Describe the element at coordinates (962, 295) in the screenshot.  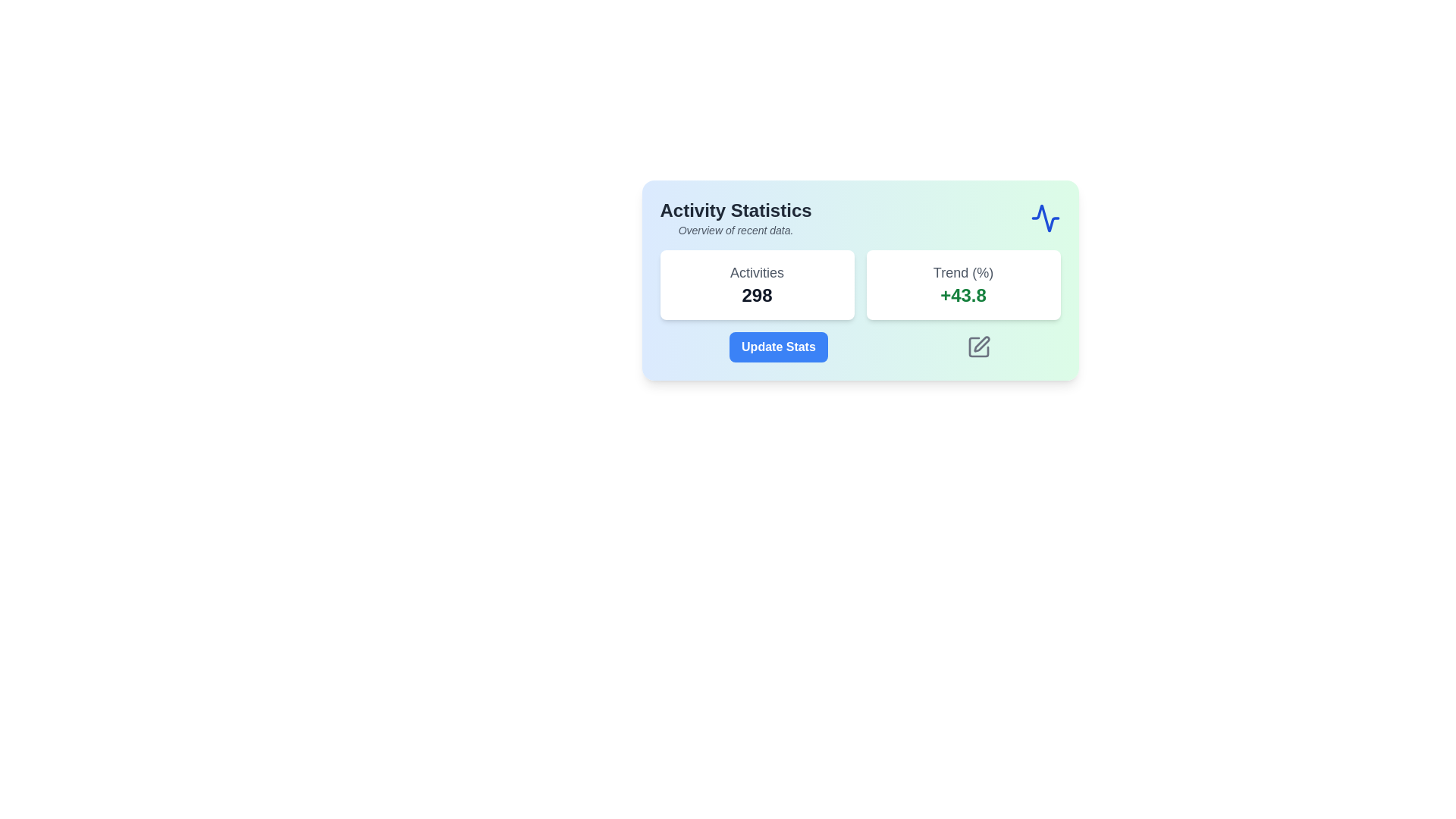
I see `the text displaying '+43.8' in bold green font located within the 'Trend (%)' panel` at that location.